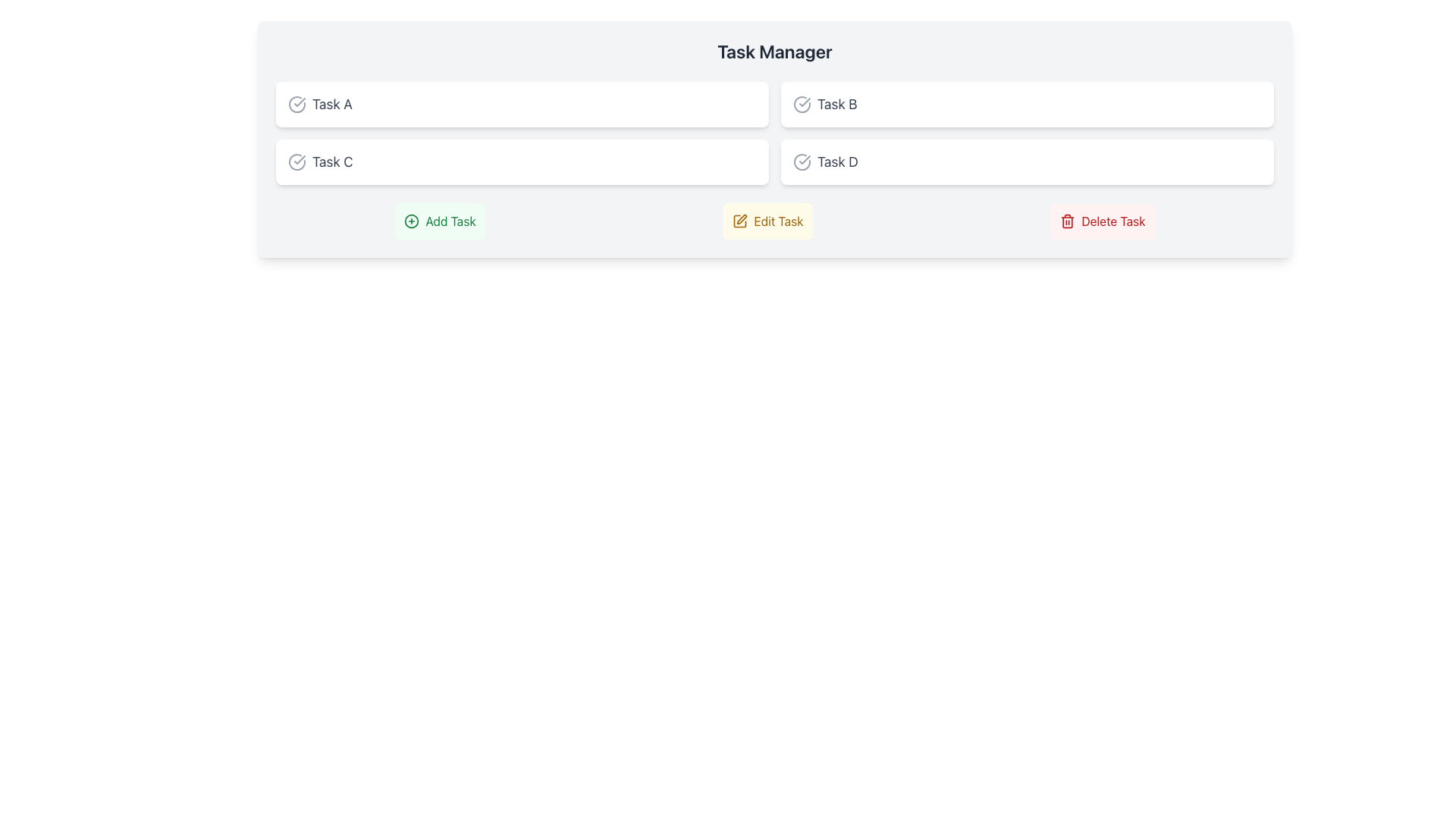  Describe the element at coordinates (775, 221) in the screenshot. I see `the 'Add Task', 'Edit Task', or 'Delete Task' button located in the horizontal bar at the bottom of the 'Task Manager' interface` at that location.